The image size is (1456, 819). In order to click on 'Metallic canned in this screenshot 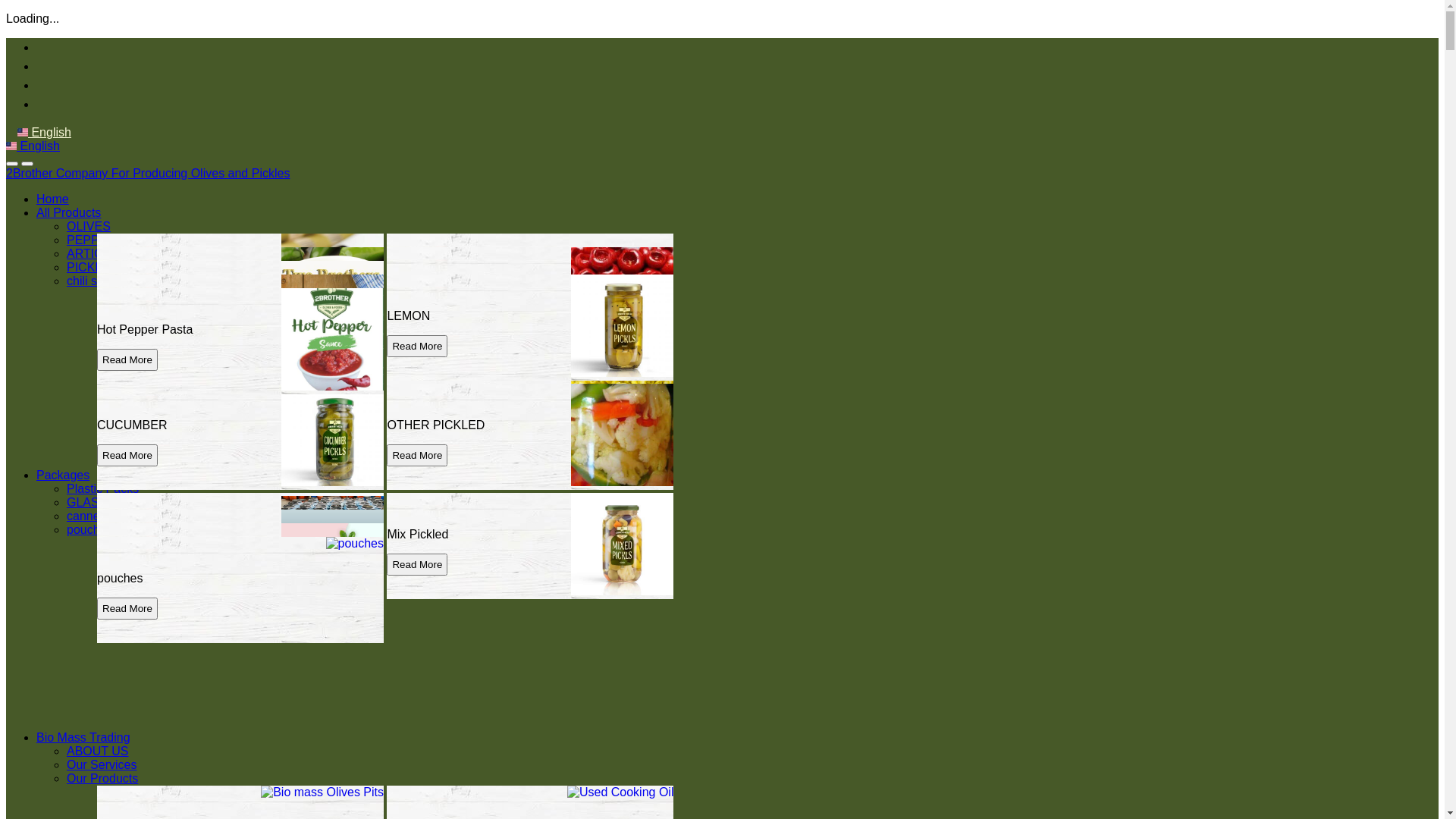, I will do `click(239, 576)`.